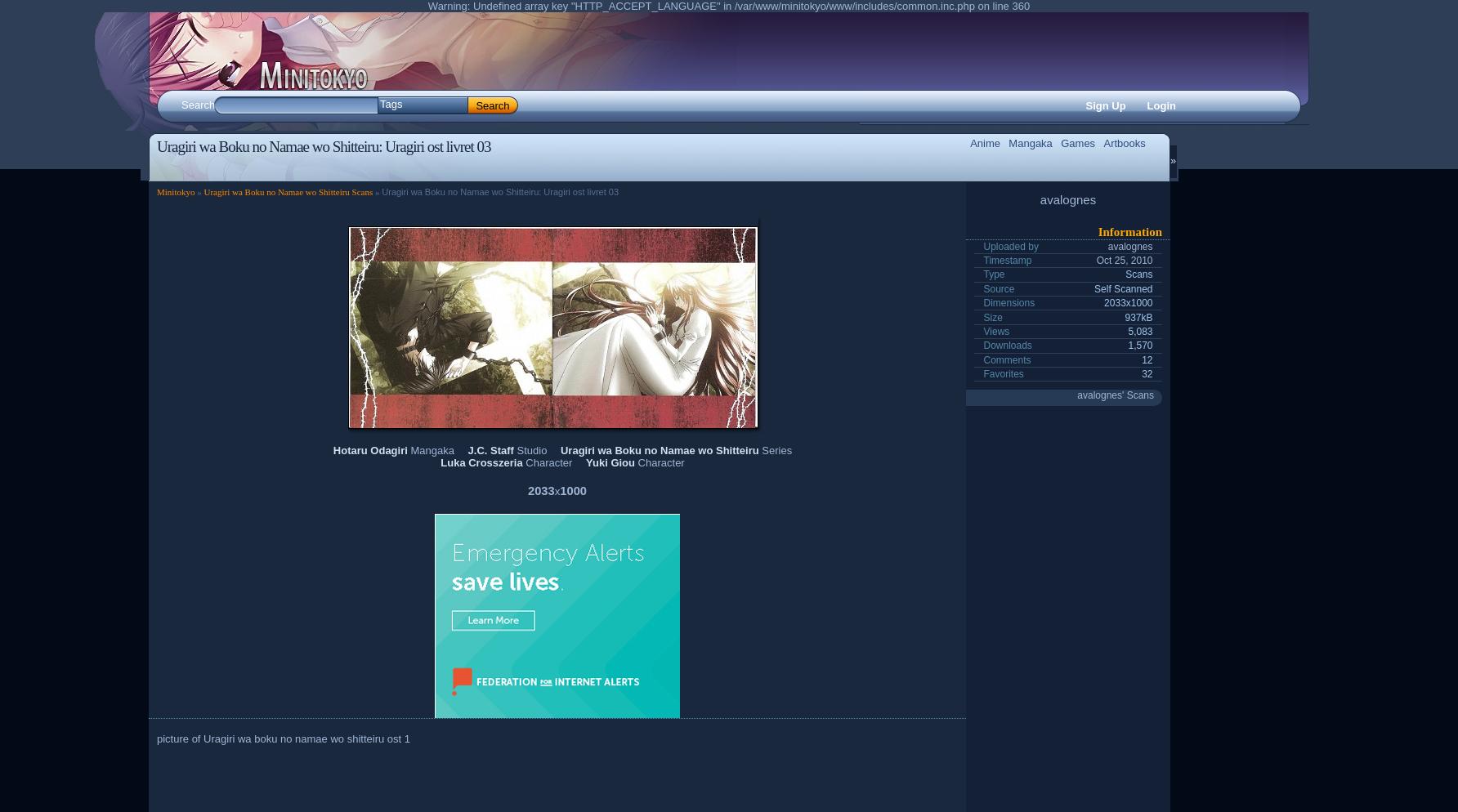 Image resolution: width=1458 pixels, height=812 pixels. I want to click on '2033', so click(526, 490).